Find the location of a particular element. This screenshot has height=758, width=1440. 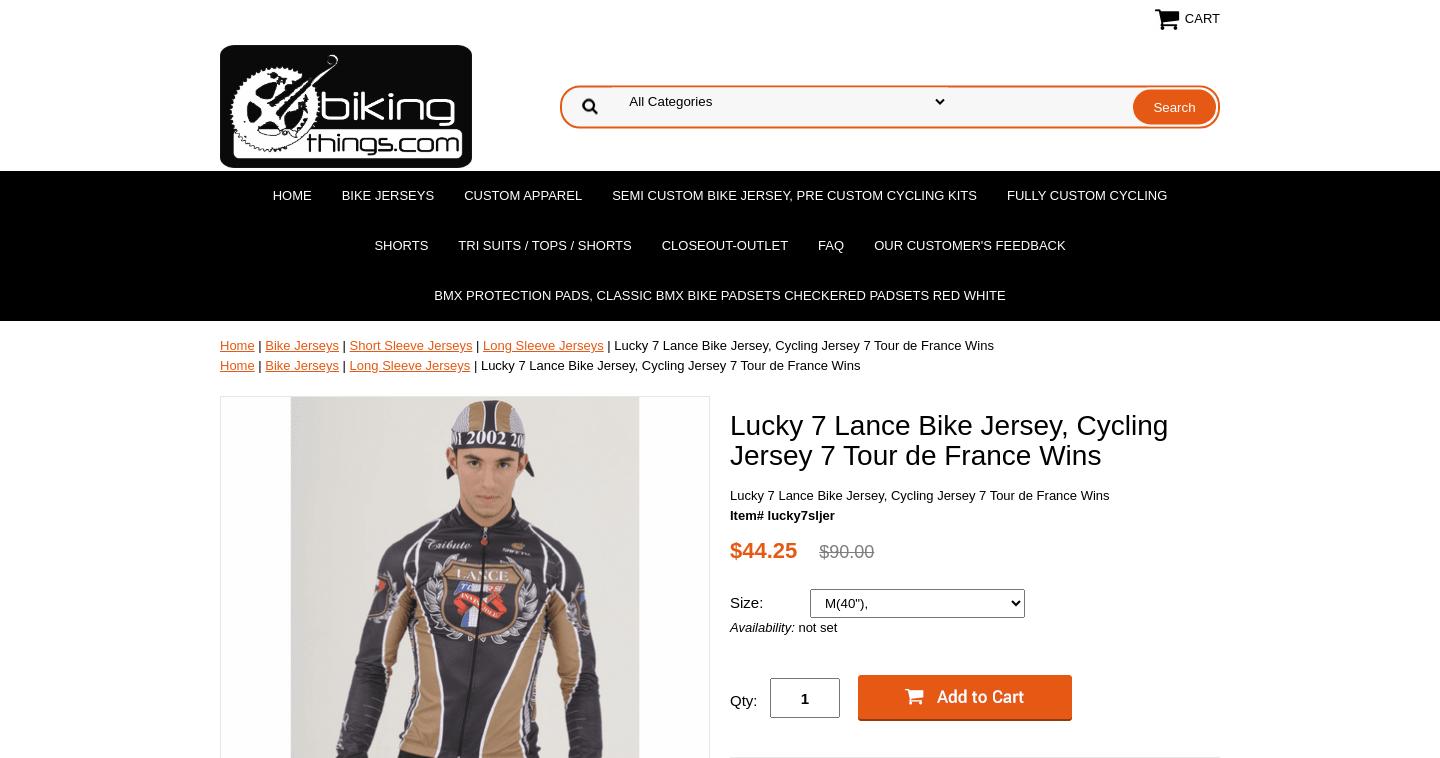

'not set' is located at coordinates (817, 627).